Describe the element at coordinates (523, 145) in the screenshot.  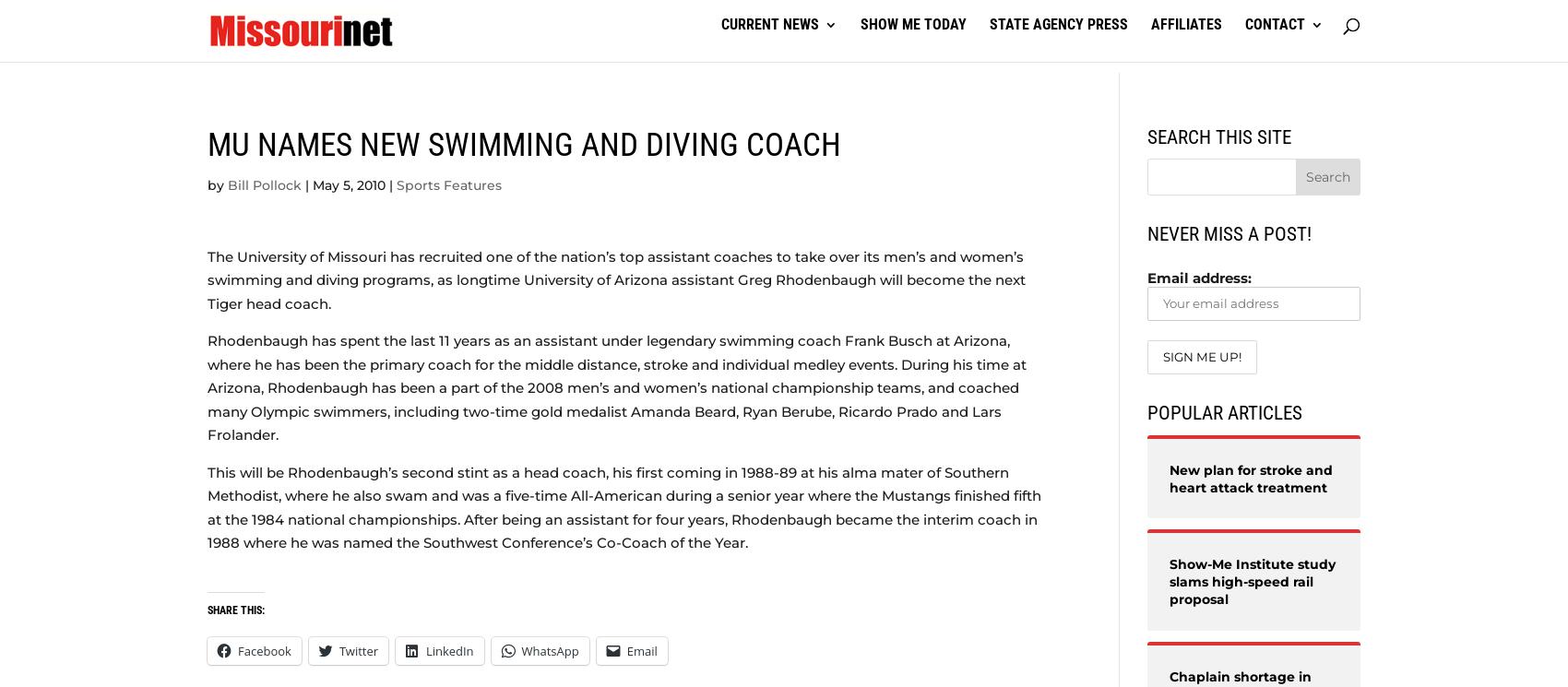
I see `'MU names new swimming and diving coach'` at that location.